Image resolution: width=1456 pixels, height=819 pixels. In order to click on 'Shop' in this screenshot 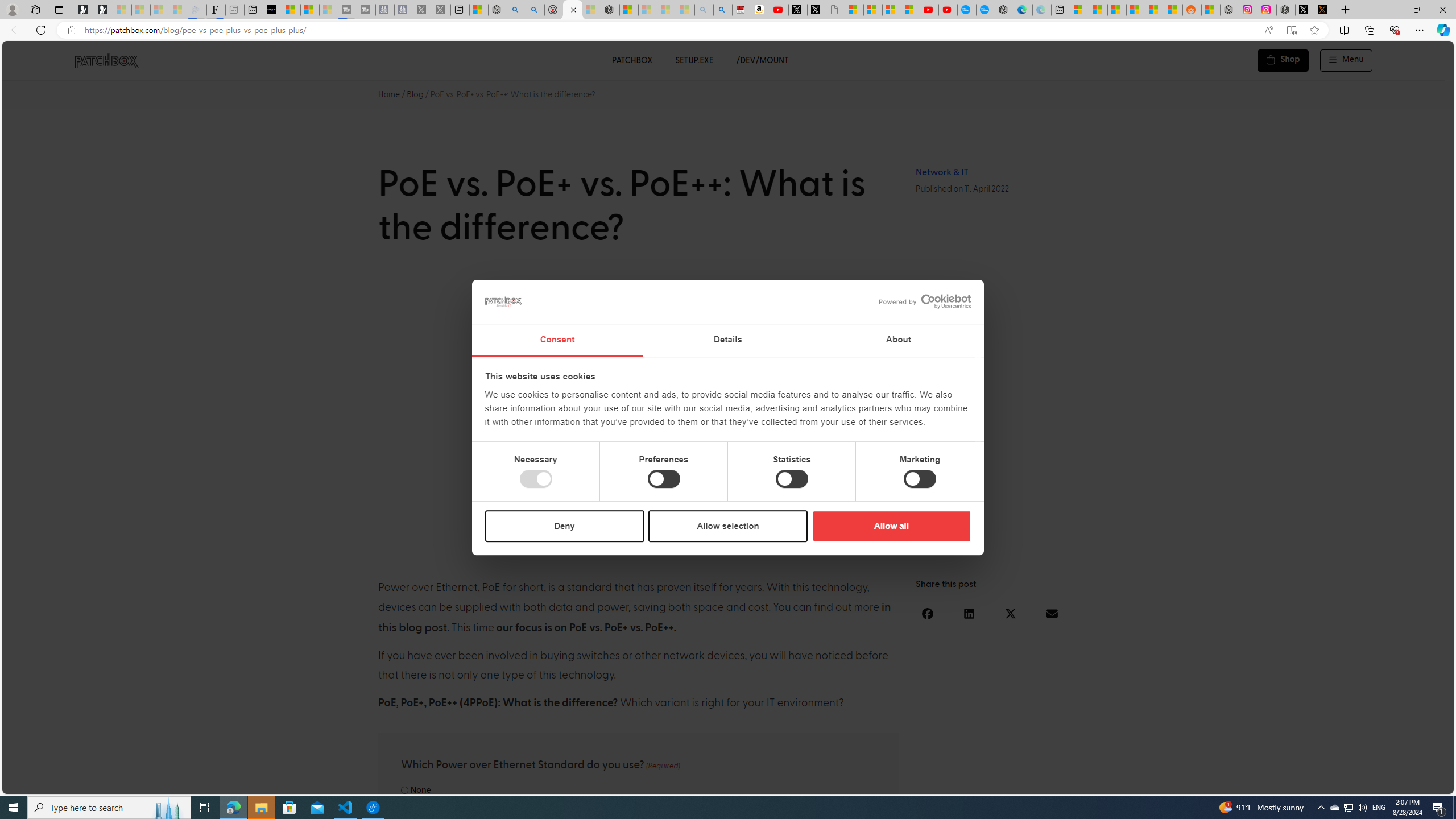, I will do `click(1283, 60)`.